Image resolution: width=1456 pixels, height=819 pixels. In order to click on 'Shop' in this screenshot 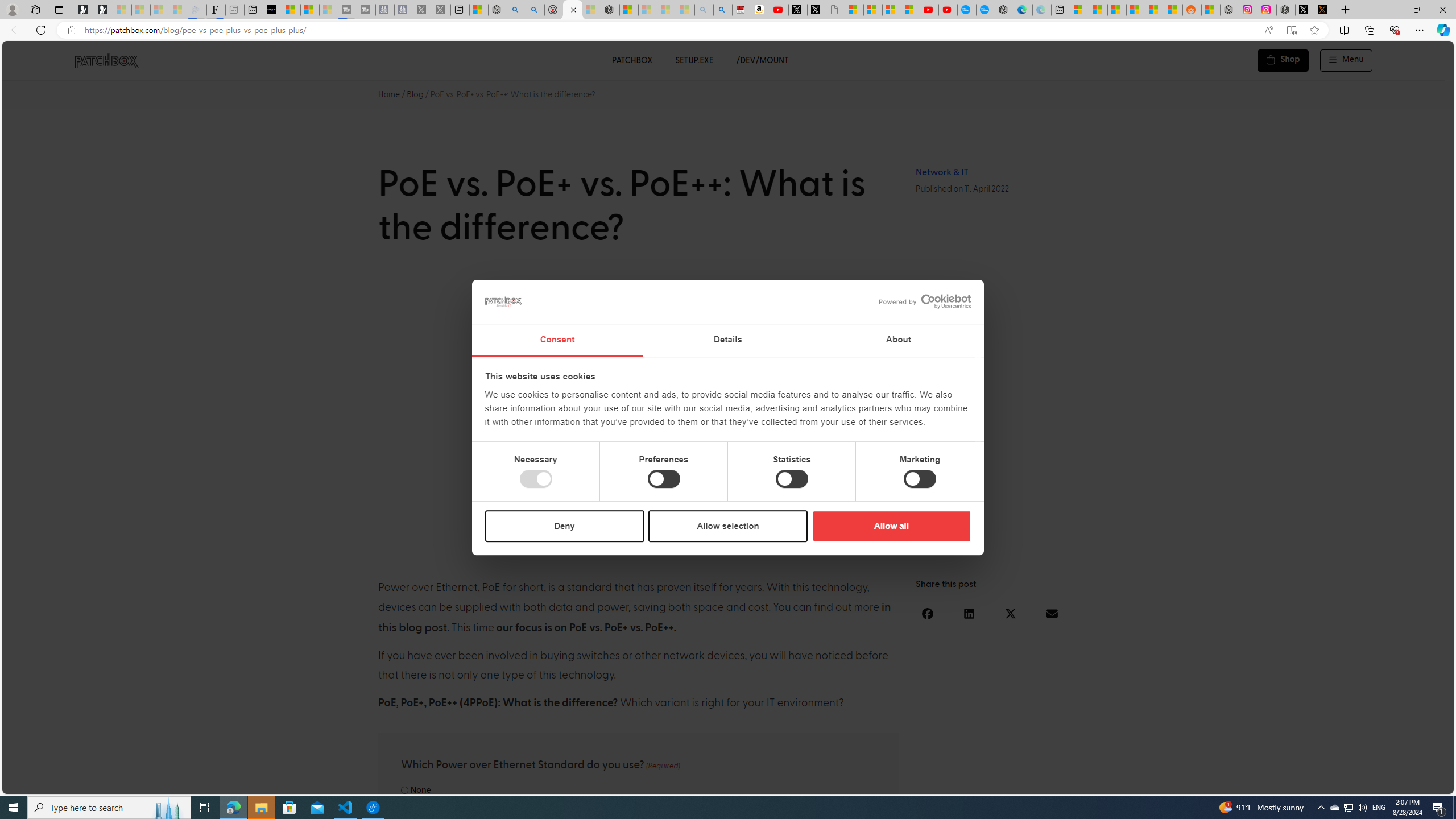, I will do `click(1283, 60)`.